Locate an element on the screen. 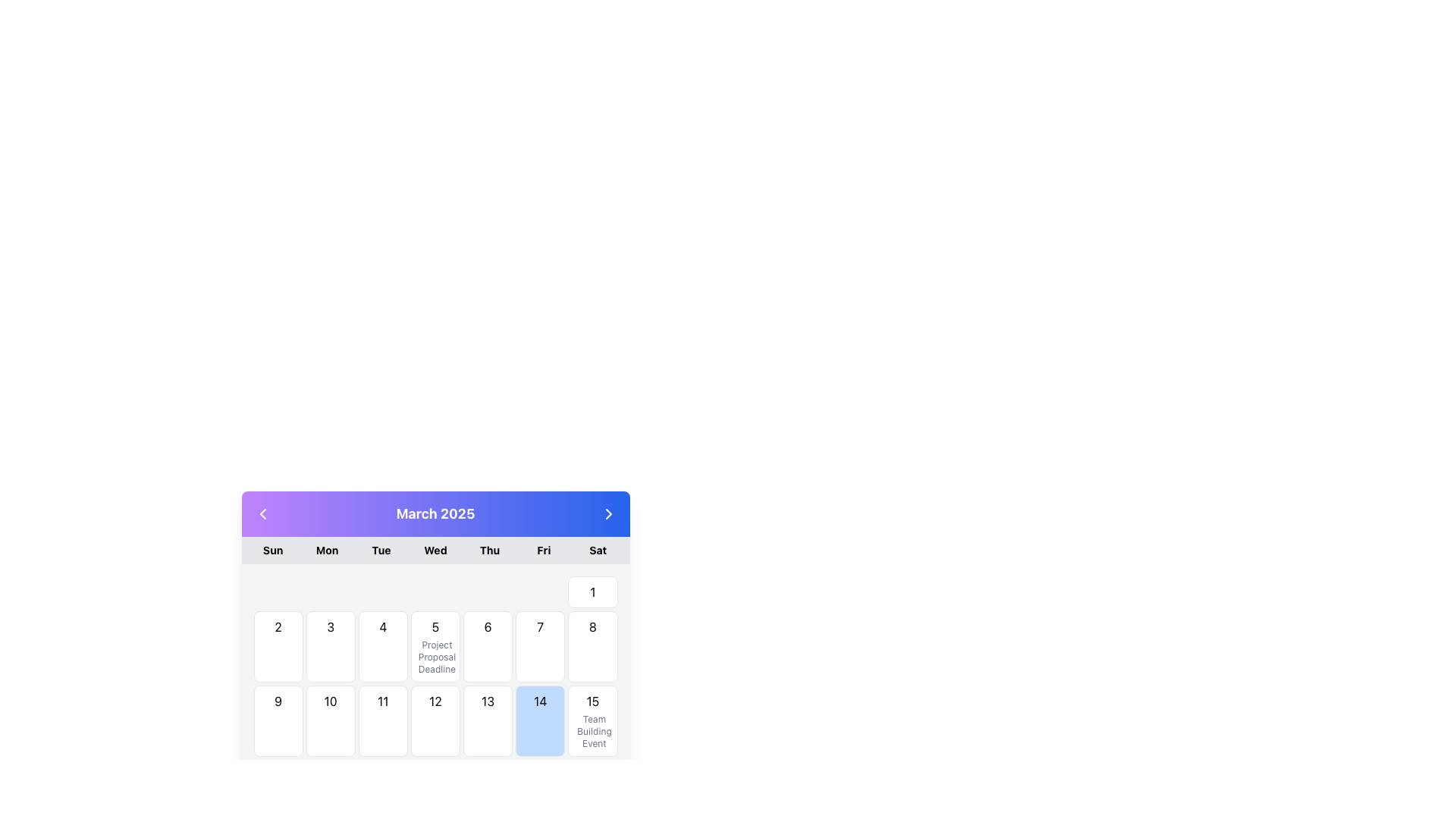 The width and height of the screenshot is (1456, 819). the calendar date cell representing the date '2' in the first column of the grid layout is located at coordinates (278, 646).